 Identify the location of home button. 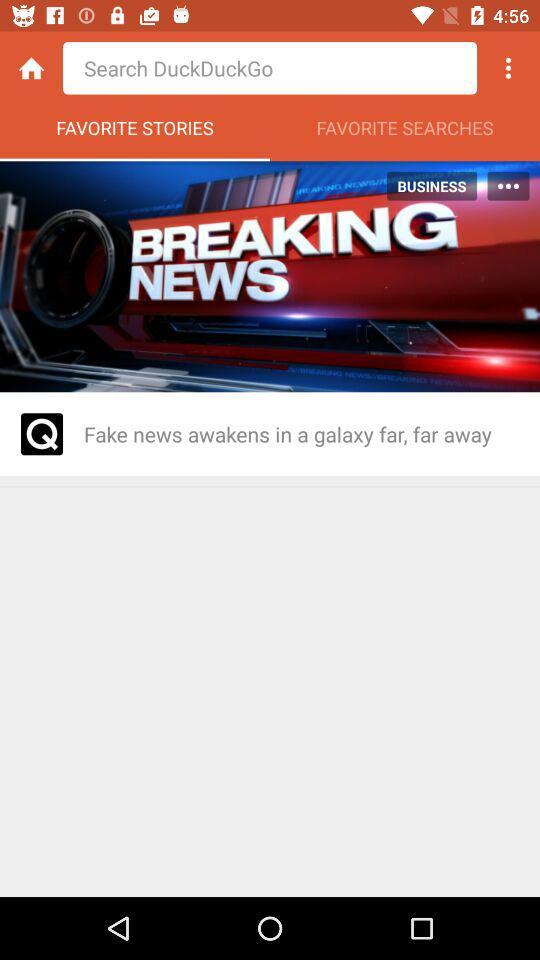
(30, 68).